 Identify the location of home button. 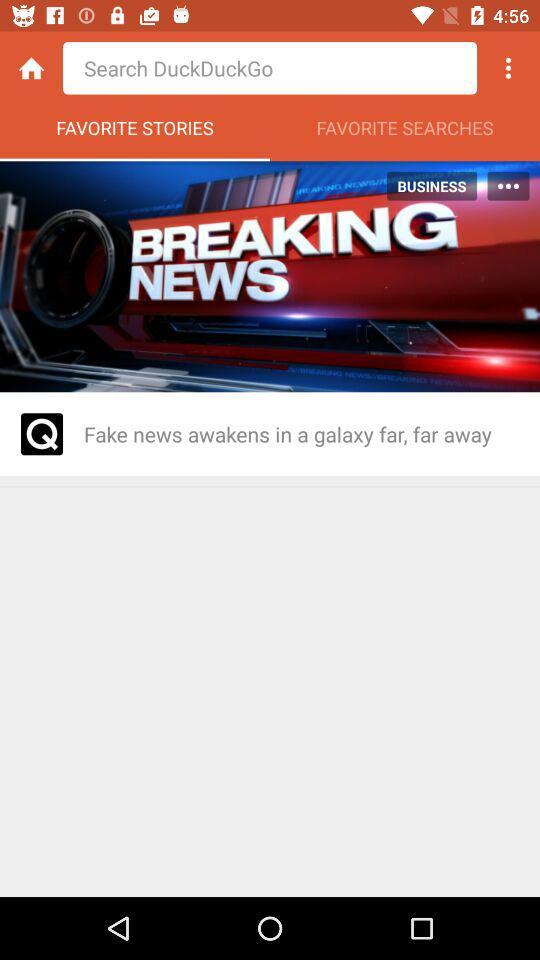
(30, 68).